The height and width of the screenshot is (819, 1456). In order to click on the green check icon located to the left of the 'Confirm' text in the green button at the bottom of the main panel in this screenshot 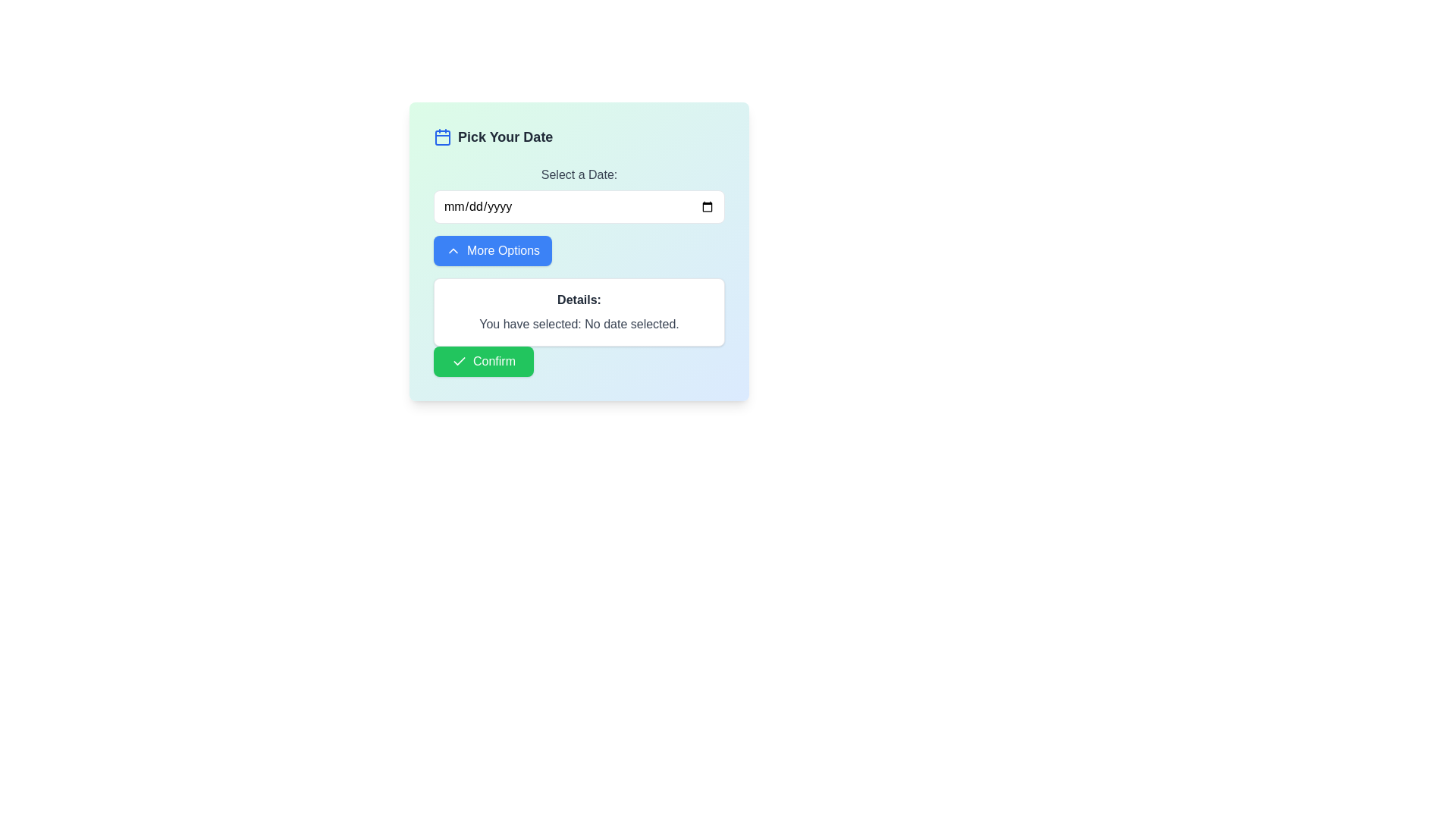, I will do `click(458, 362)`.